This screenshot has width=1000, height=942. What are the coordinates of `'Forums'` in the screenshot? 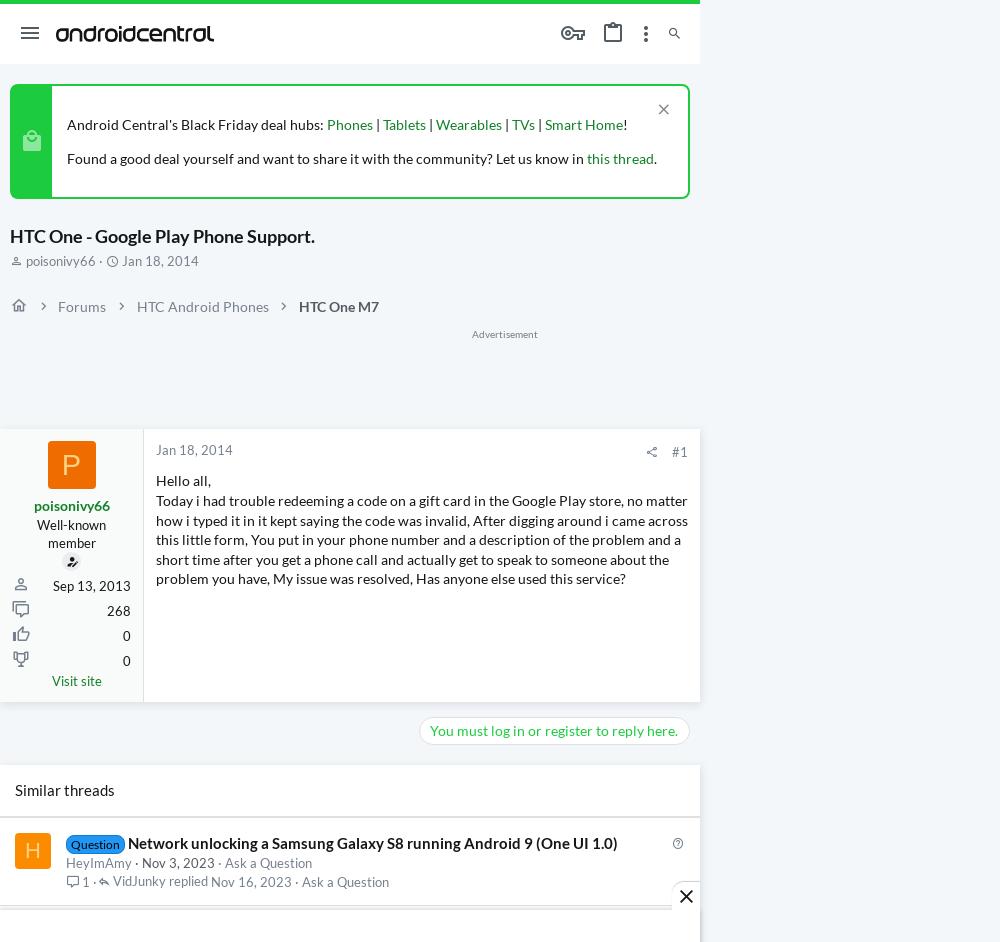 It's located at (81, 305).